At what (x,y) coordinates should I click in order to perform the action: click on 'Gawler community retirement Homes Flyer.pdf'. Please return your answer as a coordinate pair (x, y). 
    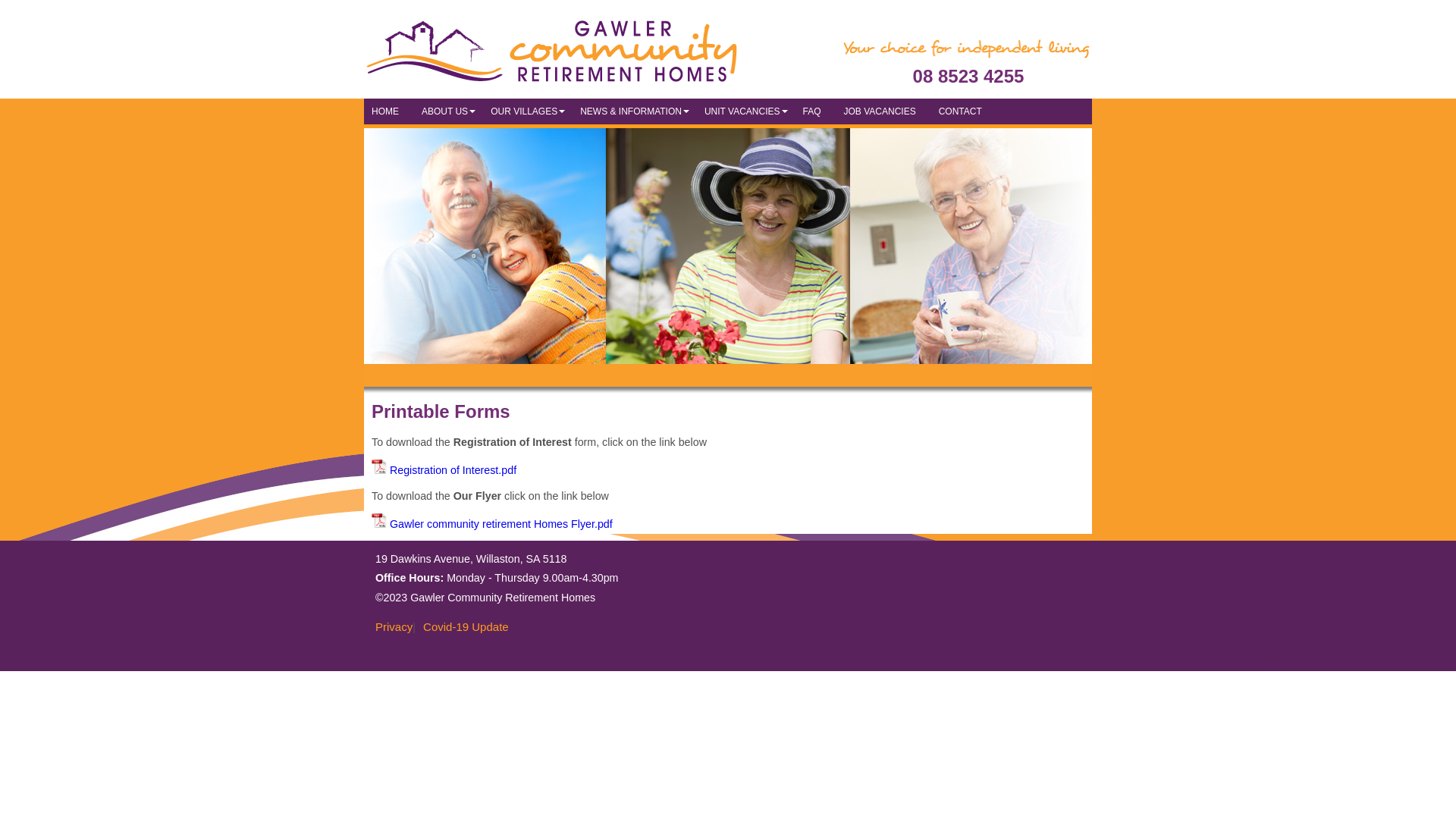
    Looking at the image, I should click on (491, 522).